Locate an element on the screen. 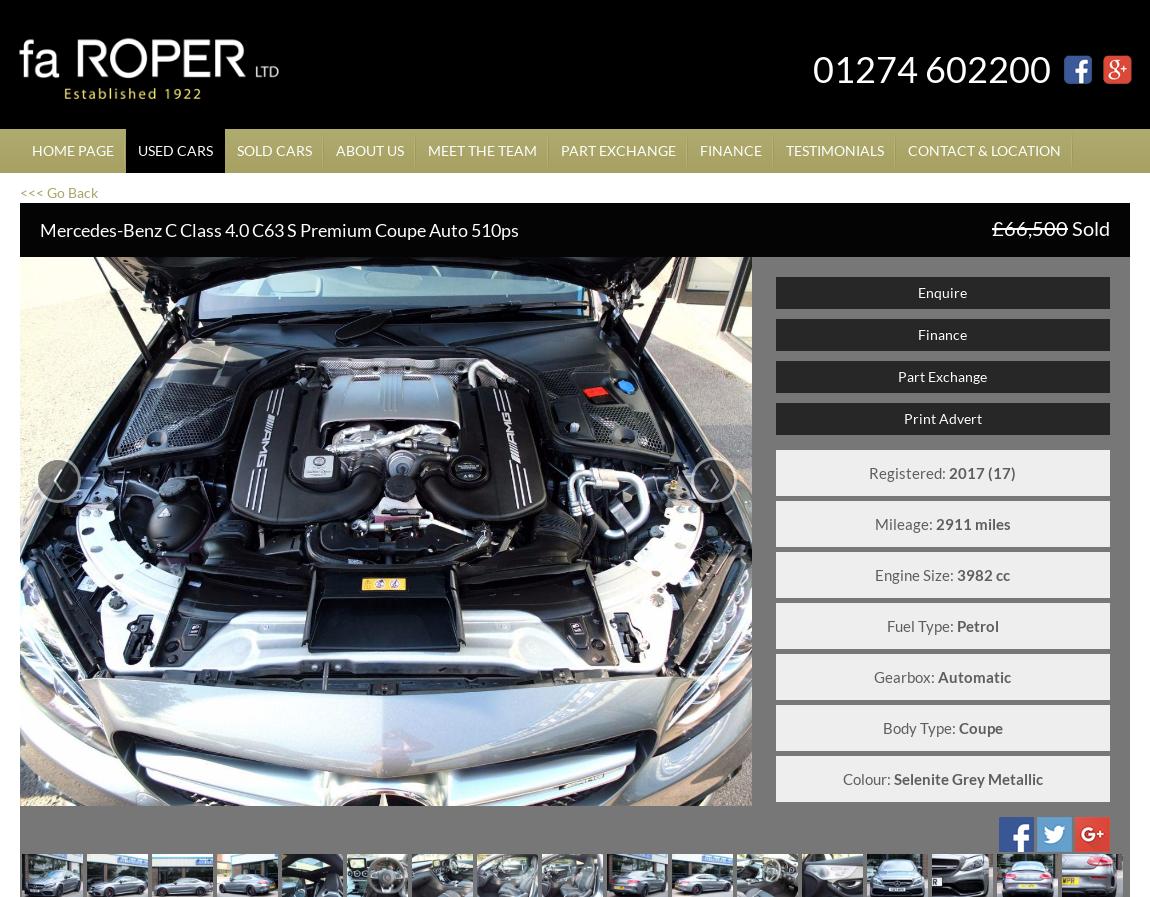  'Testimonials' is located at coordinates (834, 149).